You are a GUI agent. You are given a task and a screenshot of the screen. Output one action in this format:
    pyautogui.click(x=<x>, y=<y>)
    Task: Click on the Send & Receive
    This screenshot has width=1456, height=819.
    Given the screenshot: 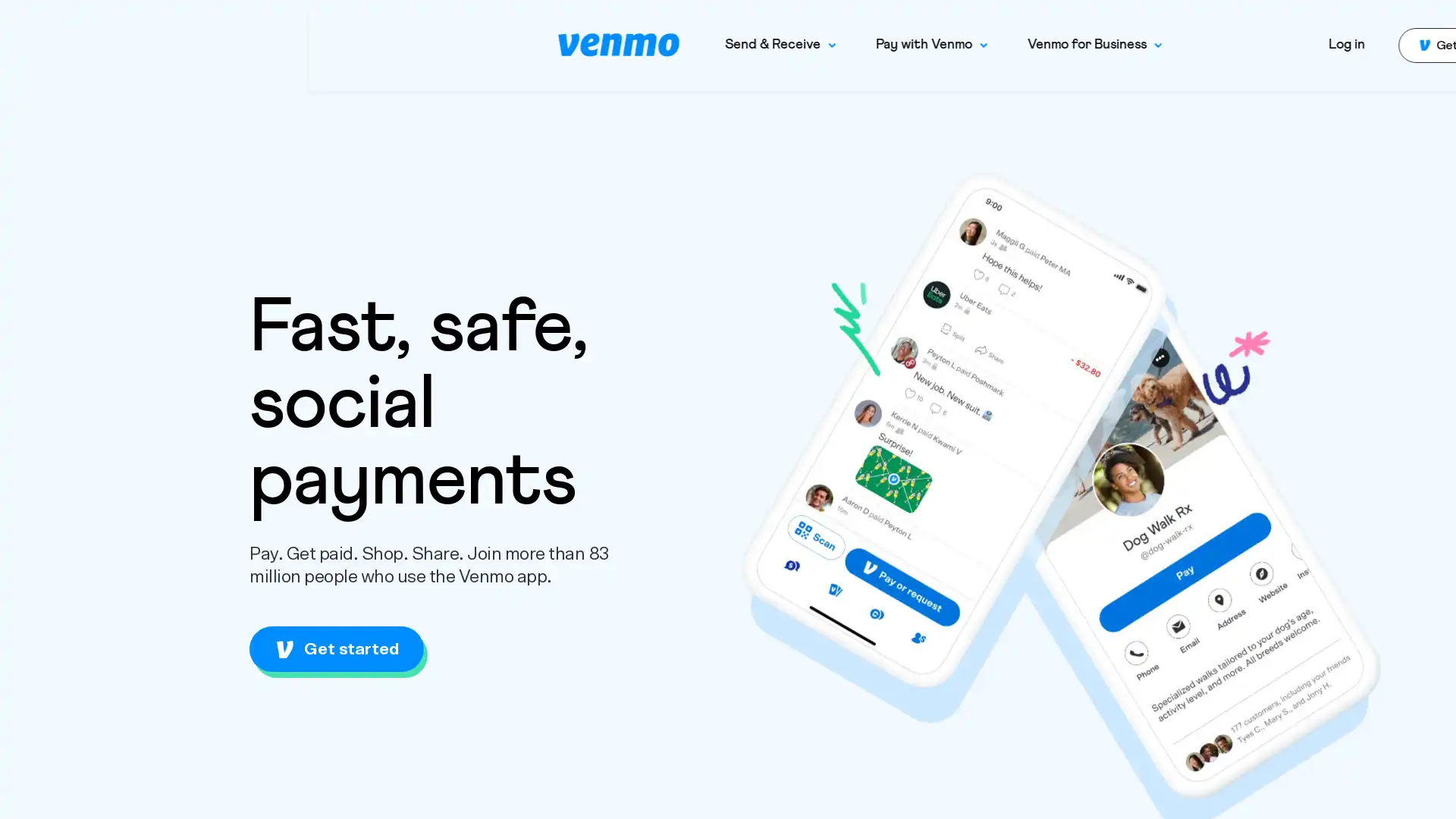 What is the action you would take?
    pyautogui.click(x=471, y=44)
    